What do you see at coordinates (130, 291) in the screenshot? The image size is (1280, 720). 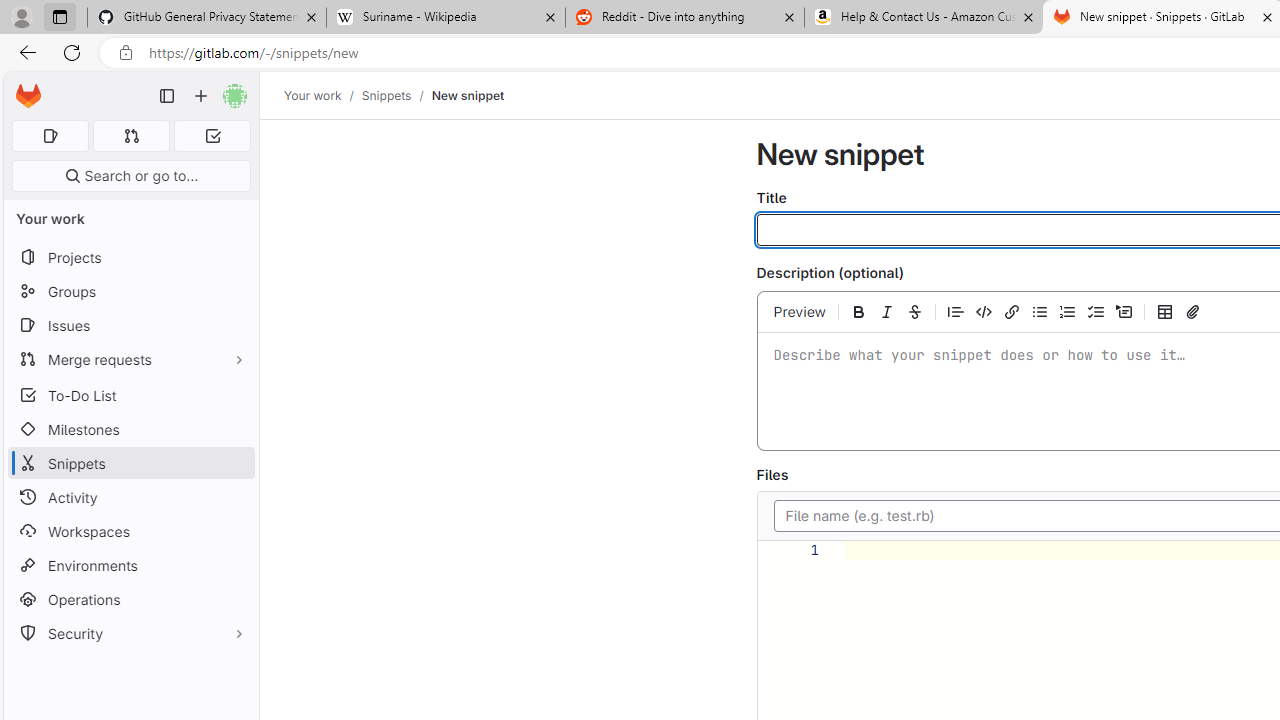 I see `'Groups'` at bounding box center [130, 291].